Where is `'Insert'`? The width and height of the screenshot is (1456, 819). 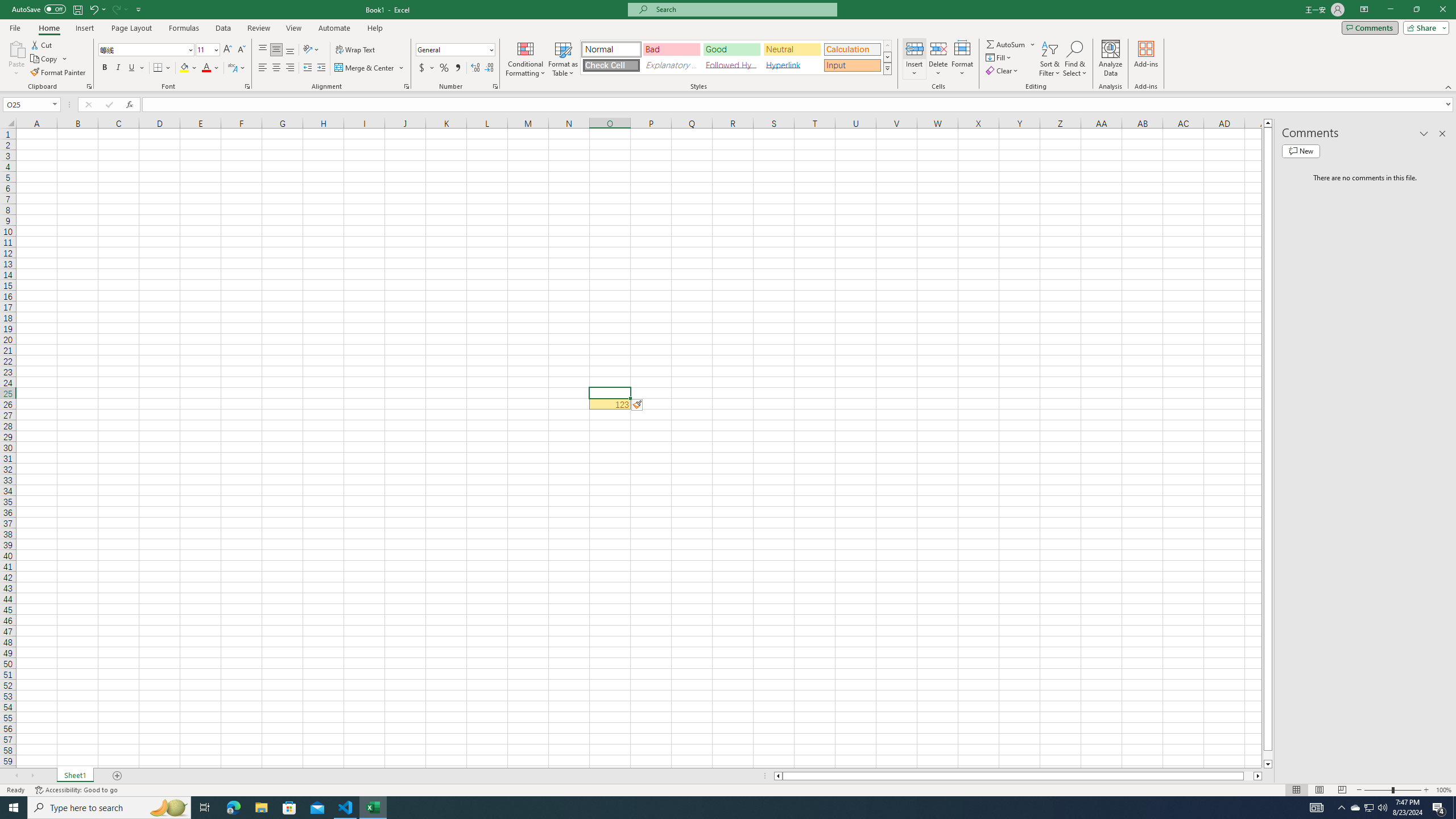
'Insert' is located at coordinates (913, 59).